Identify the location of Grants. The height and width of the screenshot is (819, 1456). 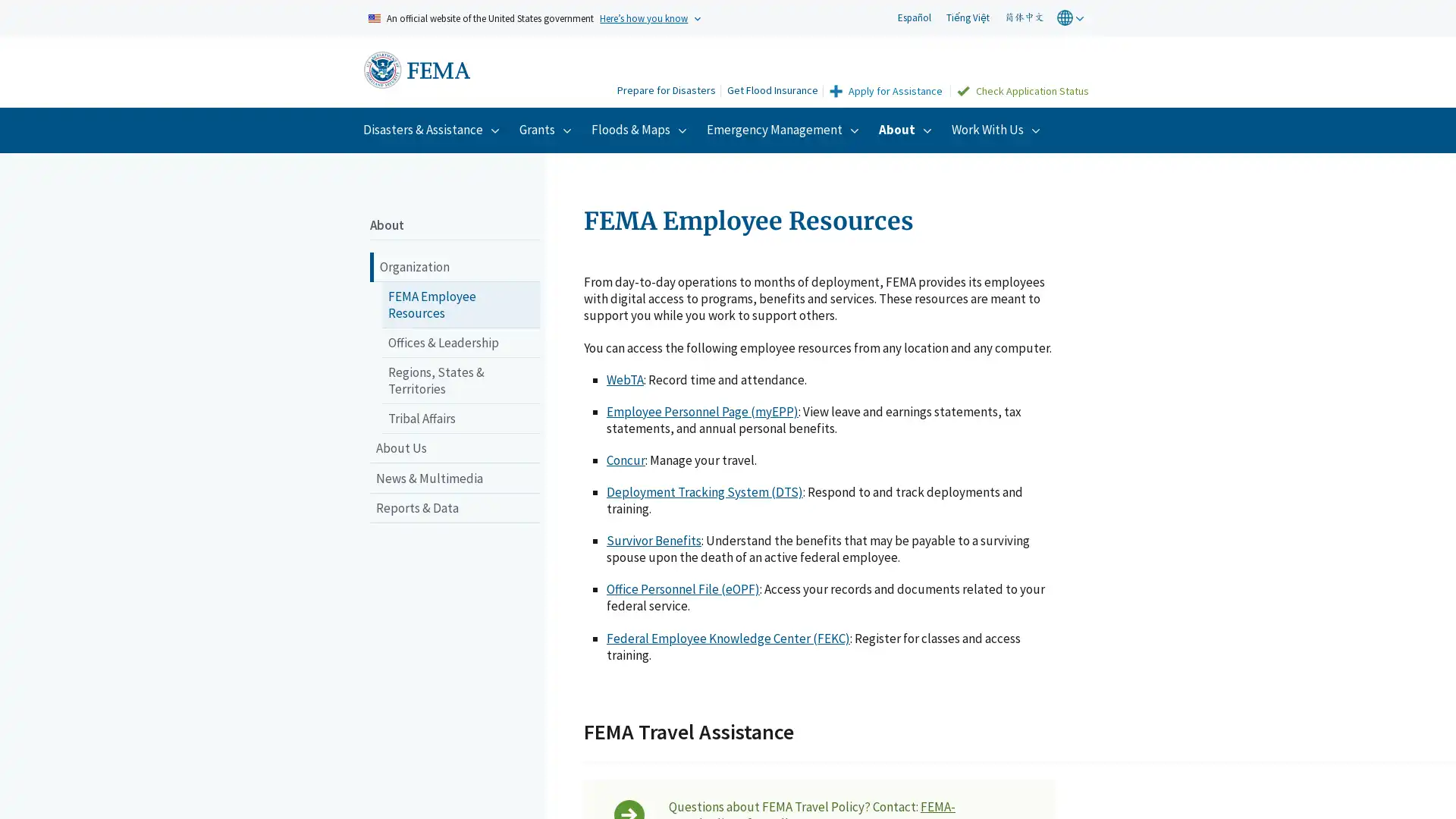
(547, 128).